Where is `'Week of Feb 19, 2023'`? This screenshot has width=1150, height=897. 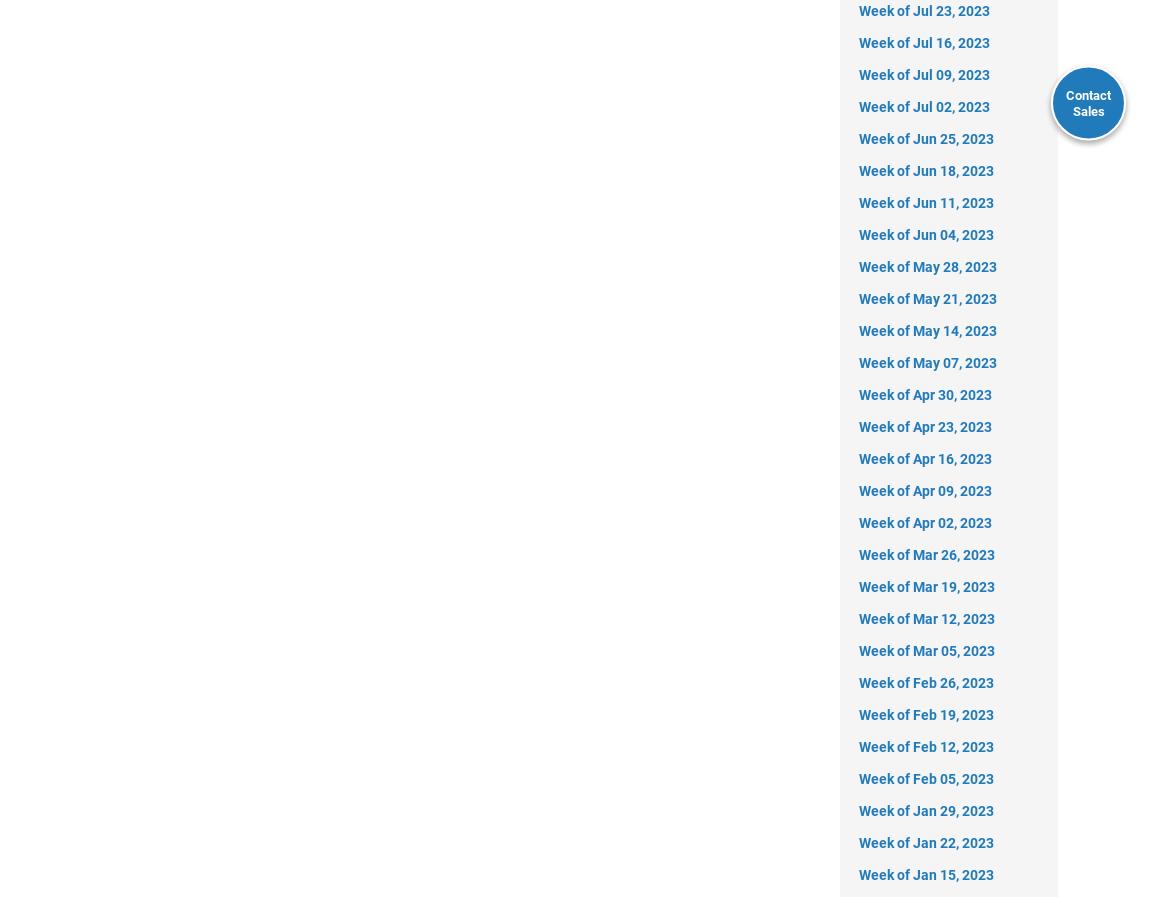
'Week of Feb 19, 2023' is located at coordinates (926, 714).